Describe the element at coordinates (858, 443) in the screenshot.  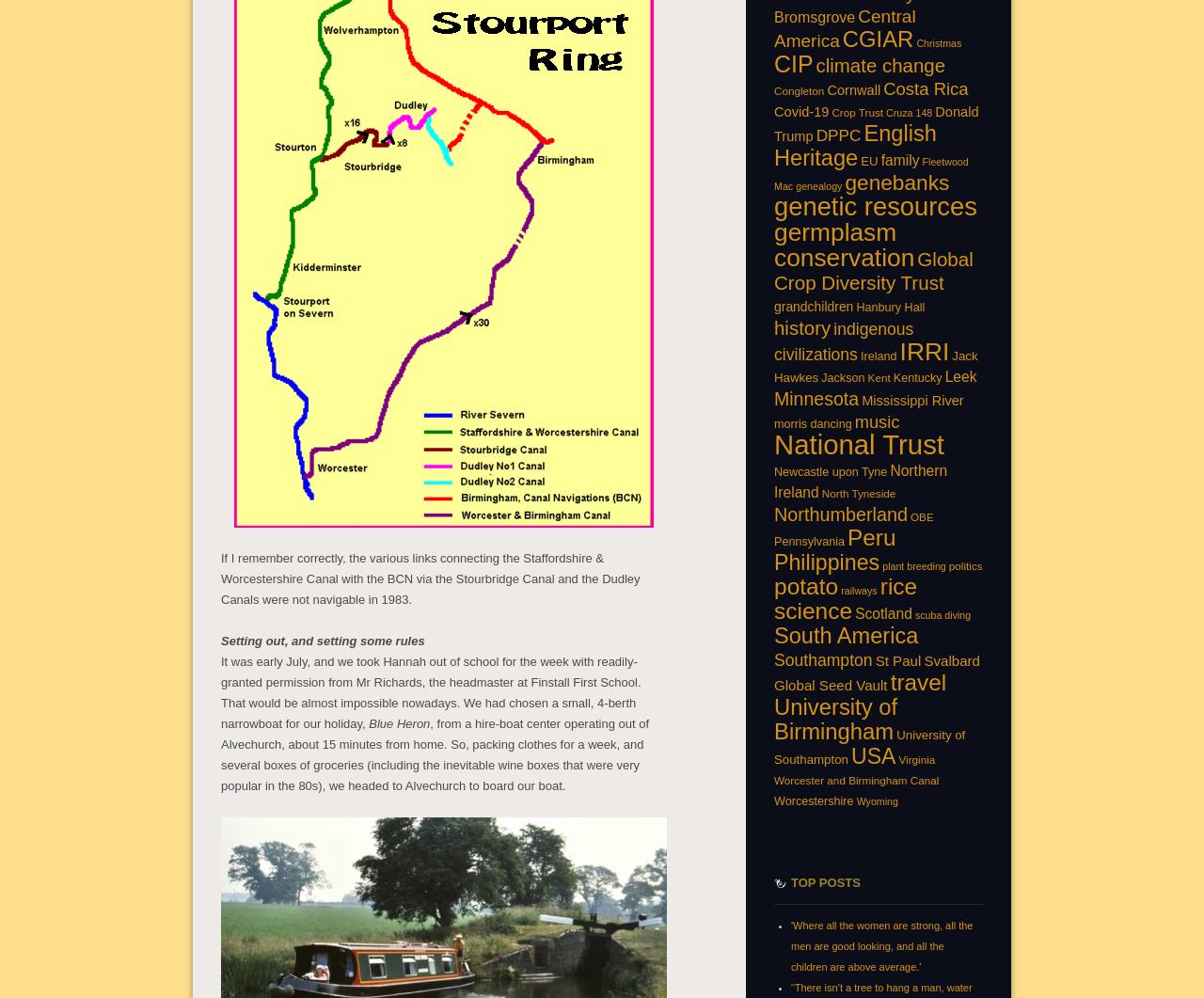
I see `'National Trust'` at that location.